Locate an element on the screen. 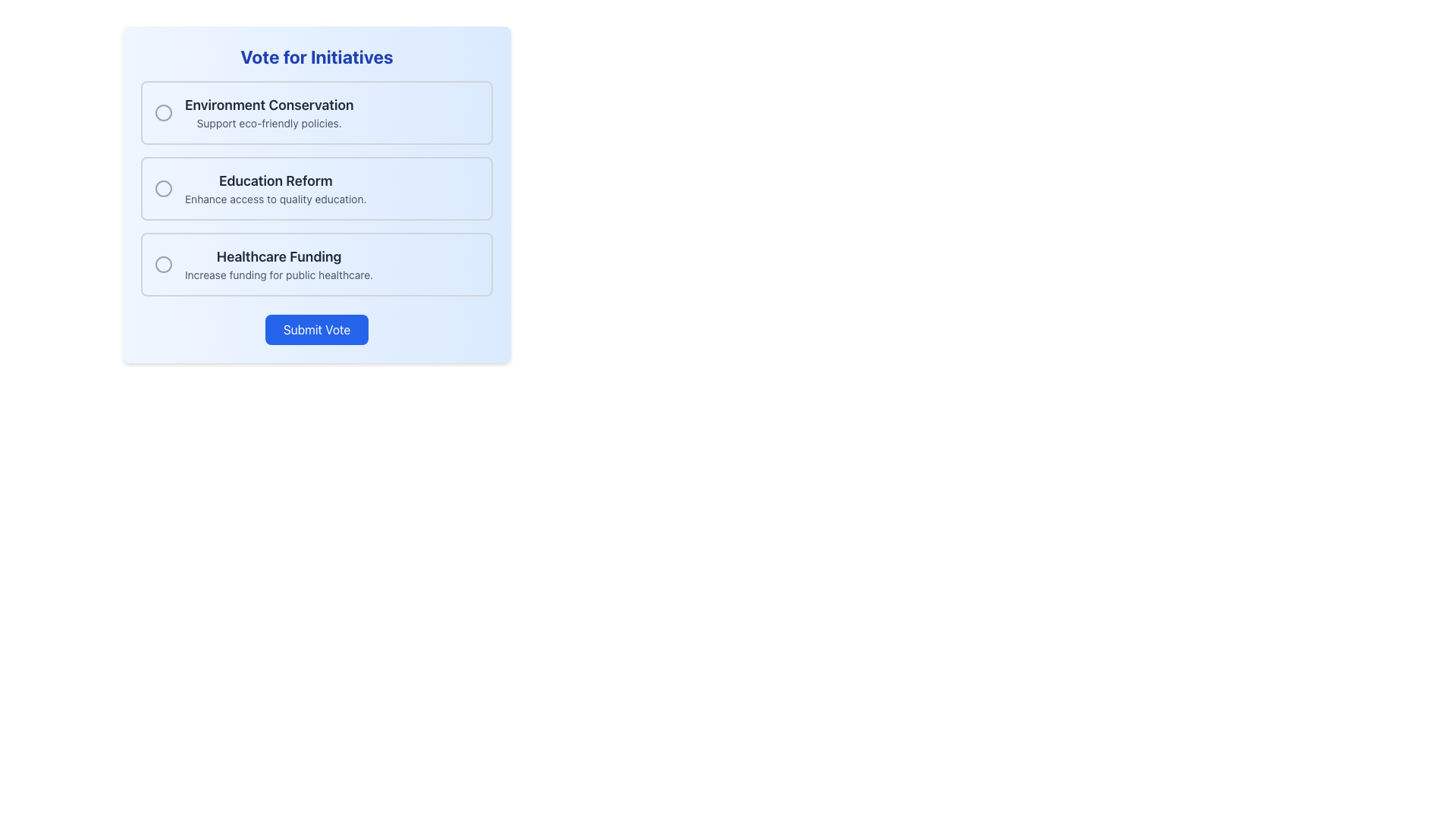  the Interactive Voting Card located at the center of the viewport is located at coordinates (315, 187).